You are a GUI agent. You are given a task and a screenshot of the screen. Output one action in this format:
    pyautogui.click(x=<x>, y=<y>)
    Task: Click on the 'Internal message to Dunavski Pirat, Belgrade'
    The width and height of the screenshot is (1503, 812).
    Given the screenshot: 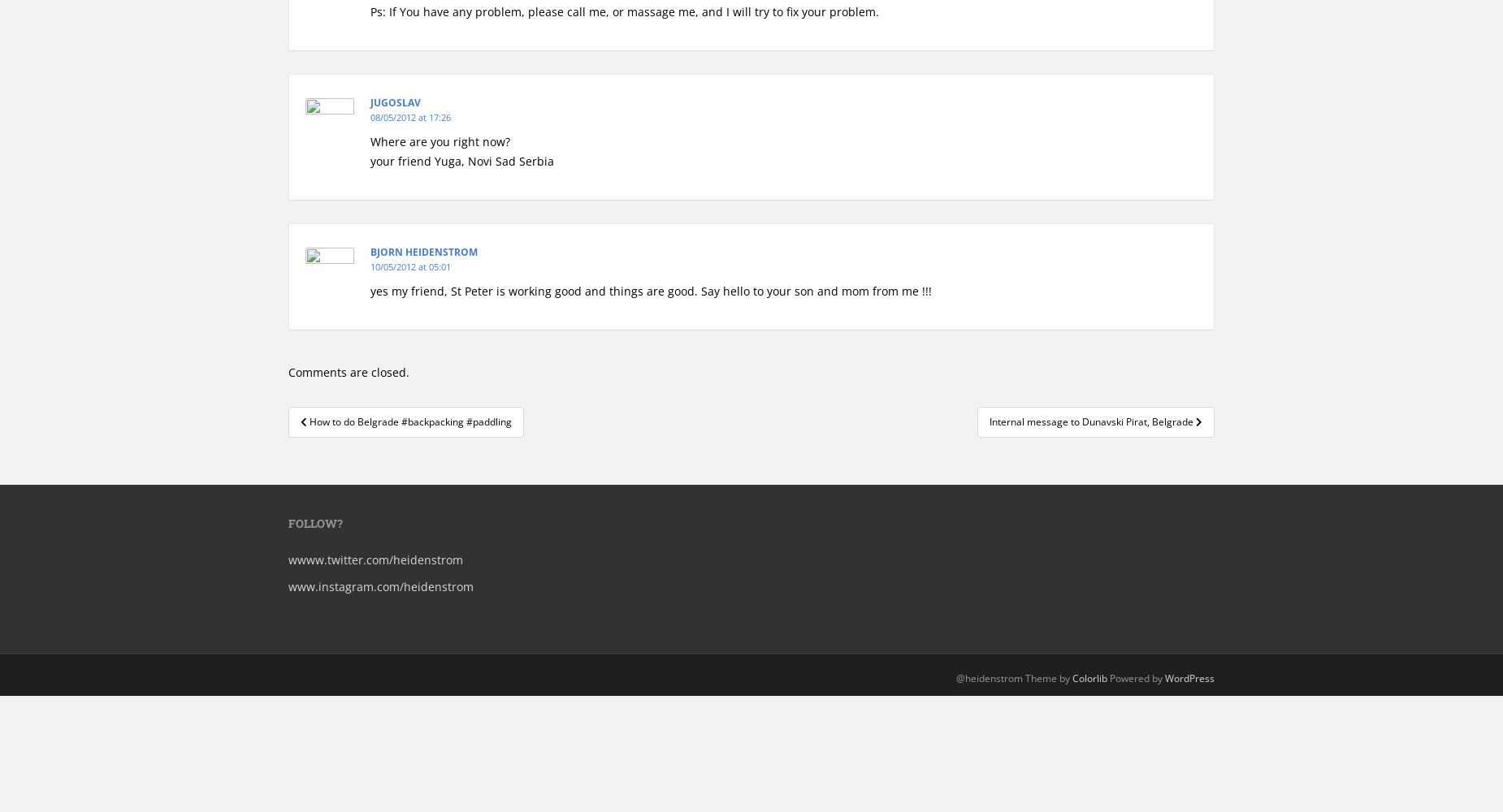 What is the action you would take?
    pyautogui.click(x=1091, y=421)
    